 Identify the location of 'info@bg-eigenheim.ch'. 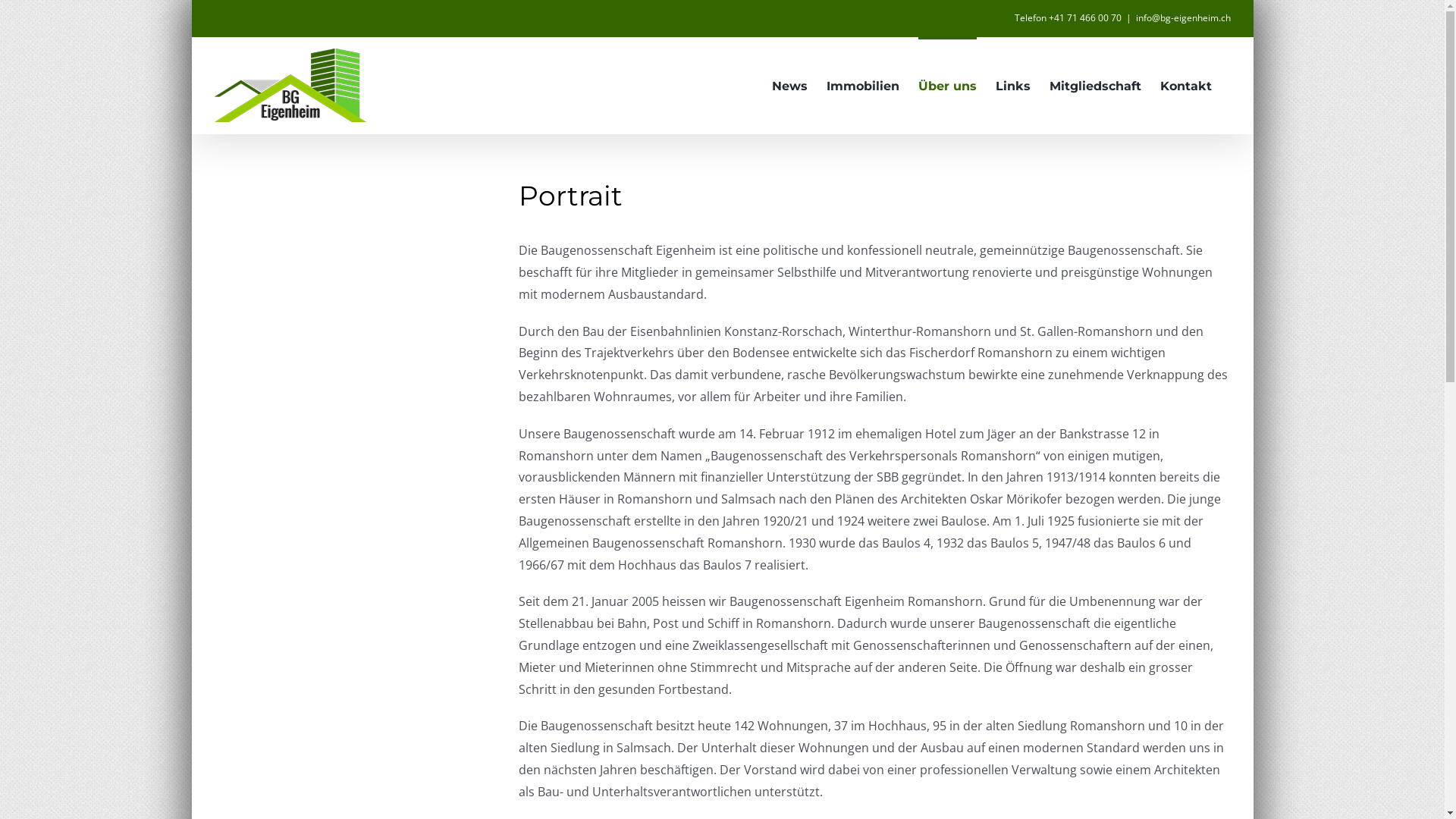
(1182, 17).